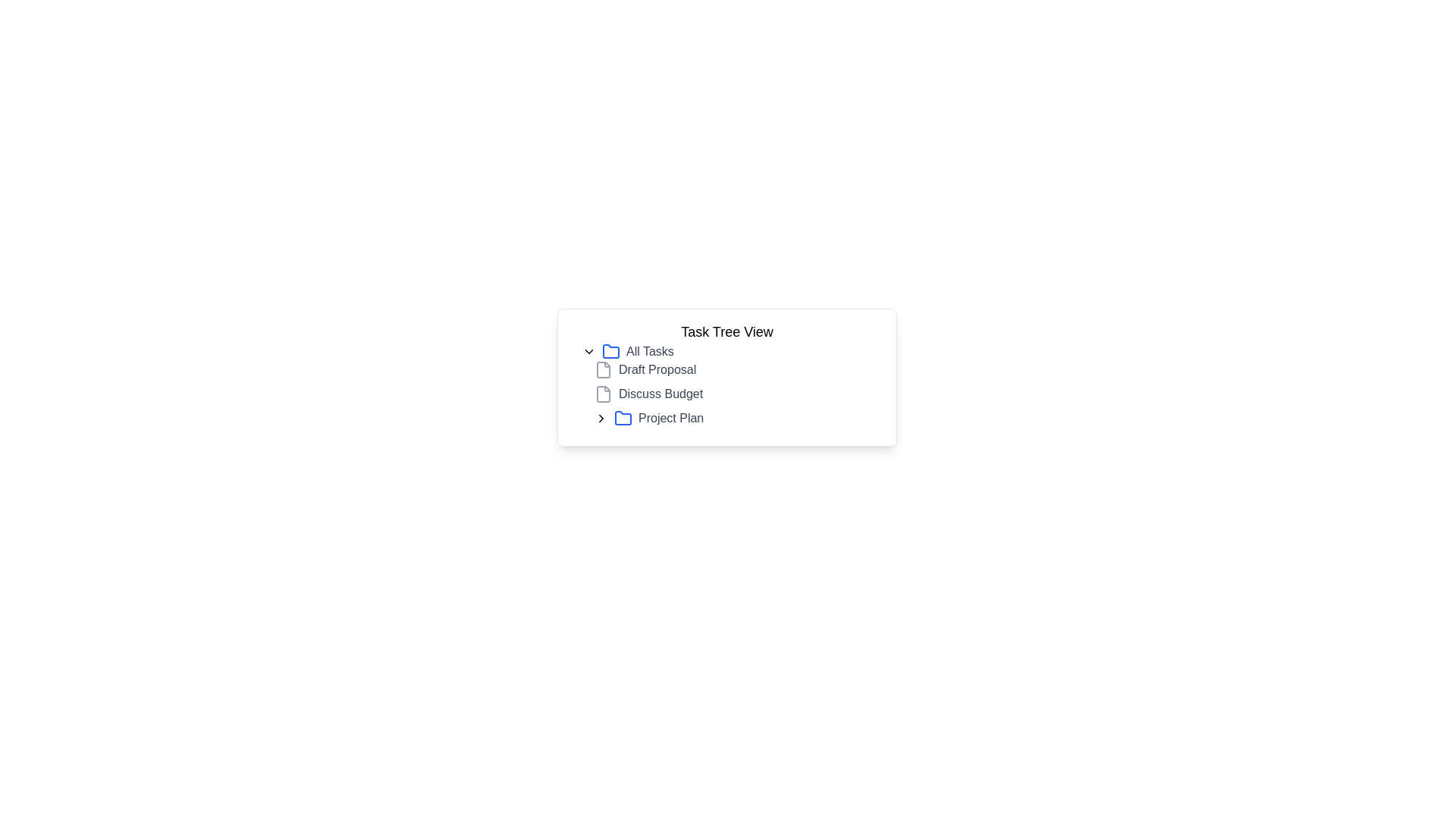 This screenshot has width=1456, height=819. What do you see at coordinates (623, 418) in the screenshot?
I see `the 'Project Plan' folder icon located next to the label 'Project Plan' in the task hierarchy view` at bounding box center [623, 418].